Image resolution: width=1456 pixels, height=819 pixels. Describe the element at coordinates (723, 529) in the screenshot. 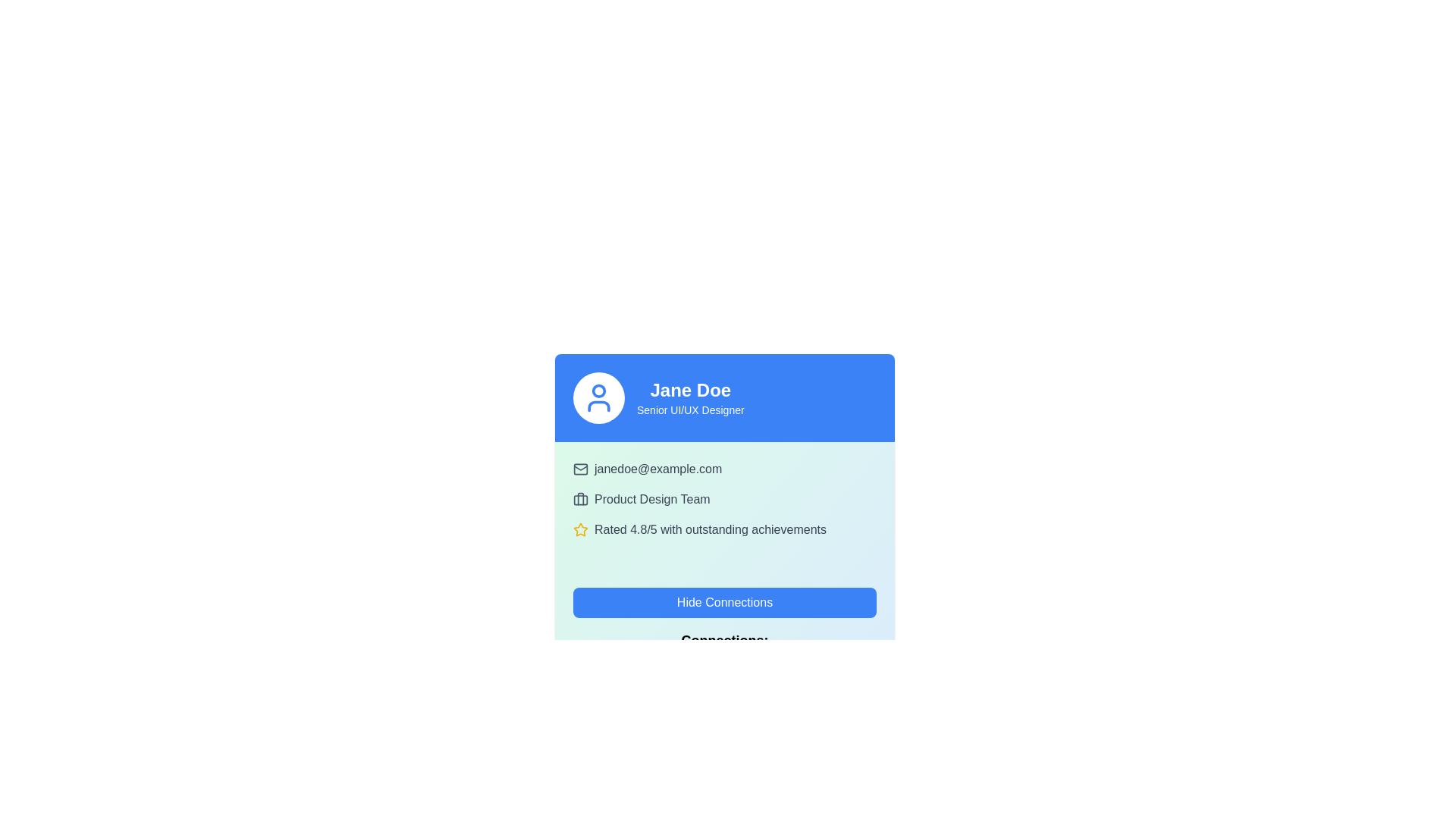

I see `the Decorative text element that displays 'Rated 4.8/5 with outstanding achievements' accompanied by a yellow star icon, located in the third row under the profile information section` at that location.